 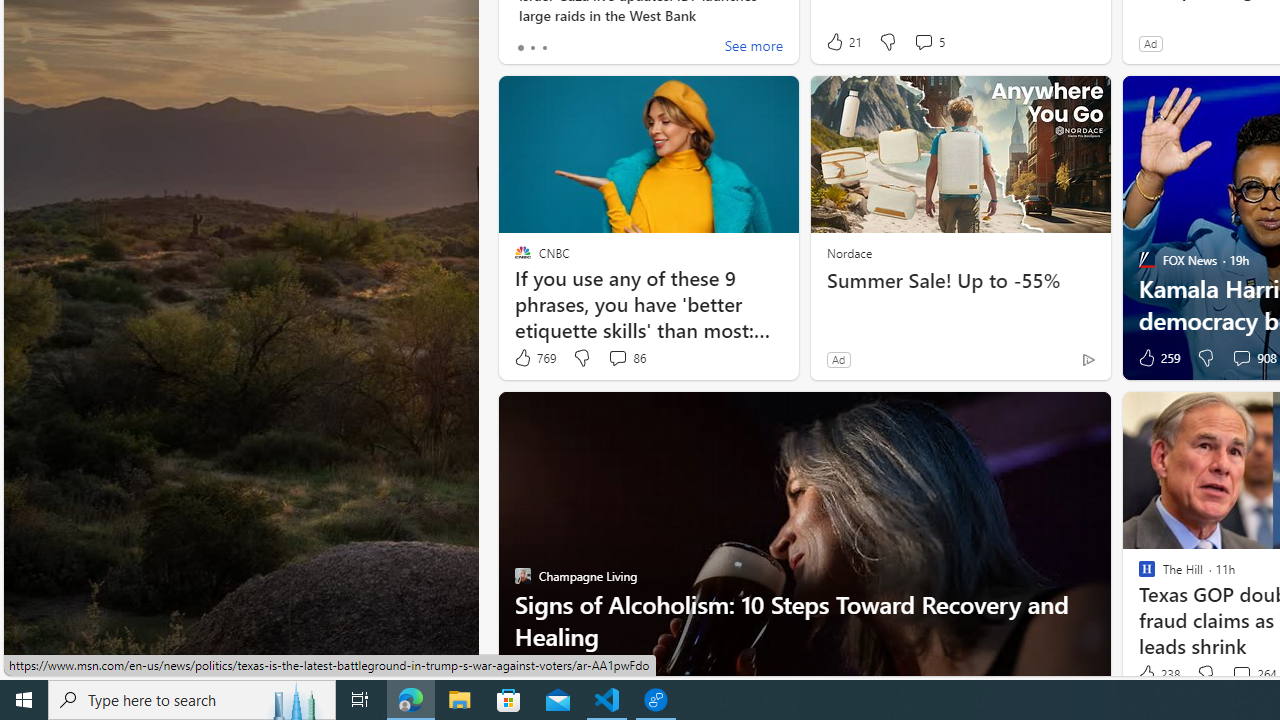 I want to click on 'tab-2', so click(x=544, y=46).